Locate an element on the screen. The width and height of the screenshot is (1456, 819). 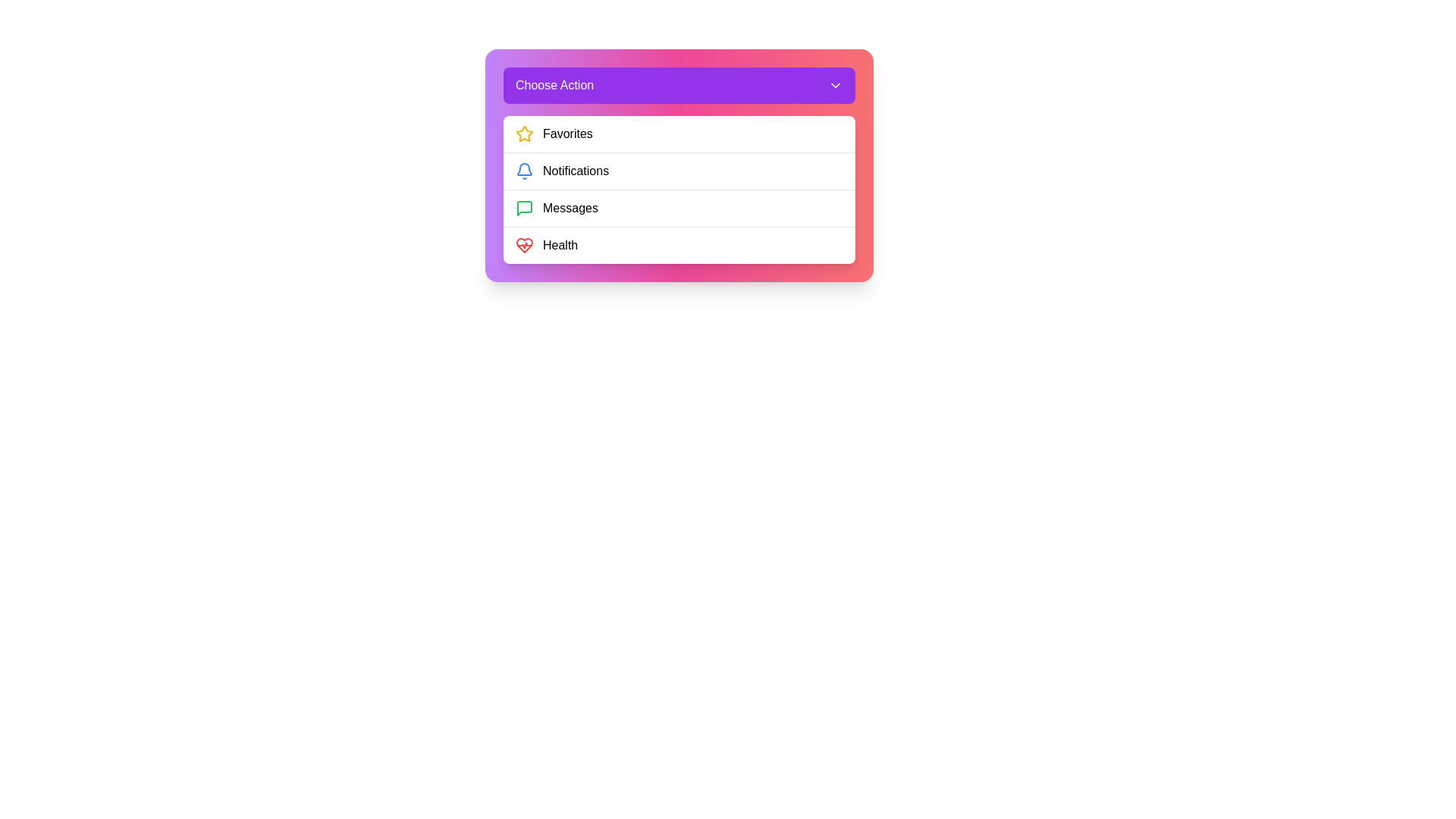
the 'Health' icon located in the fourth row of the list below the 'Choose Action' dropdown menu, next to the 'Health' text label is located at coordinates (524, 245).